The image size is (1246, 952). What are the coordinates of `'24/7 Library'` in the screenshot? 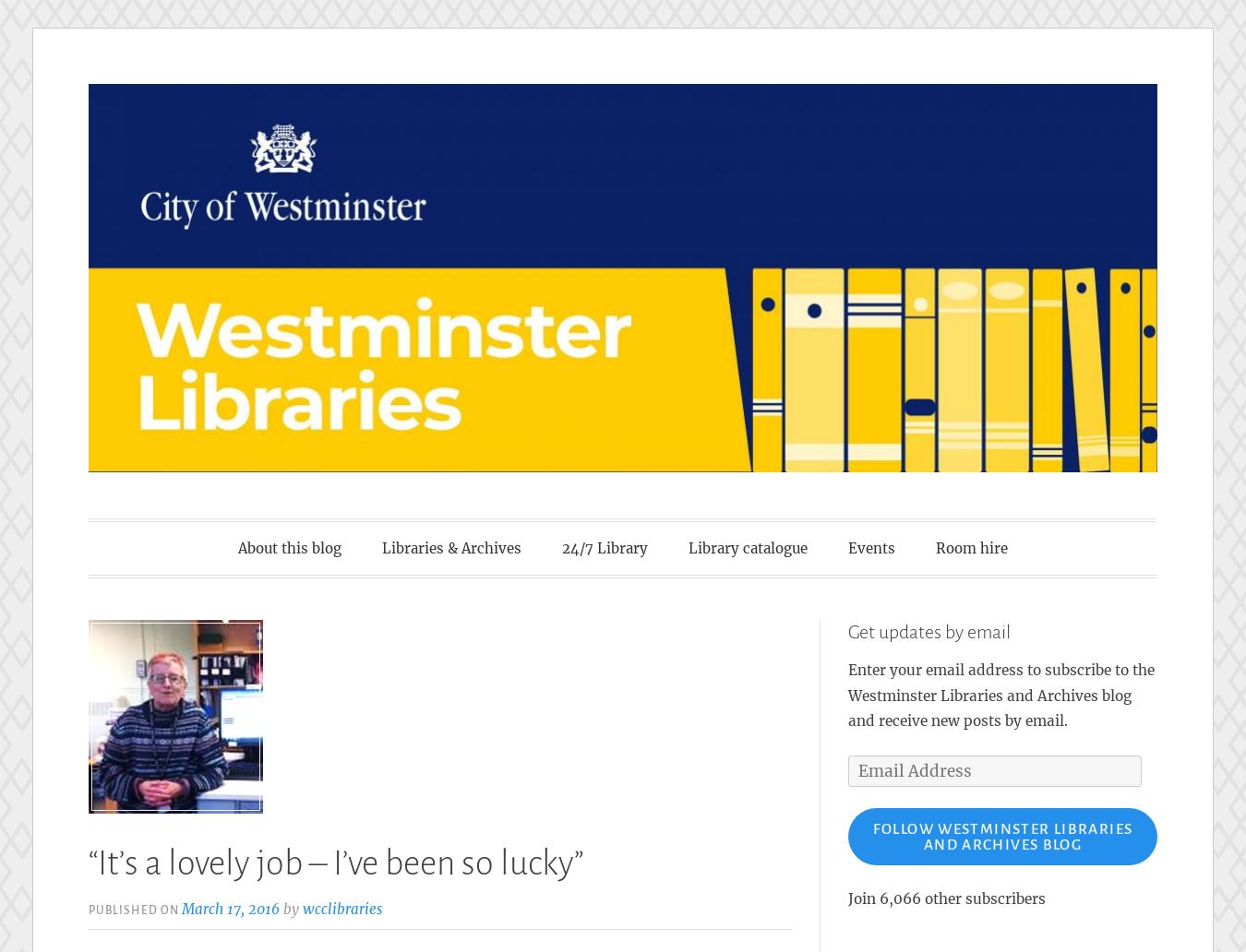 It's located at (605, 547).